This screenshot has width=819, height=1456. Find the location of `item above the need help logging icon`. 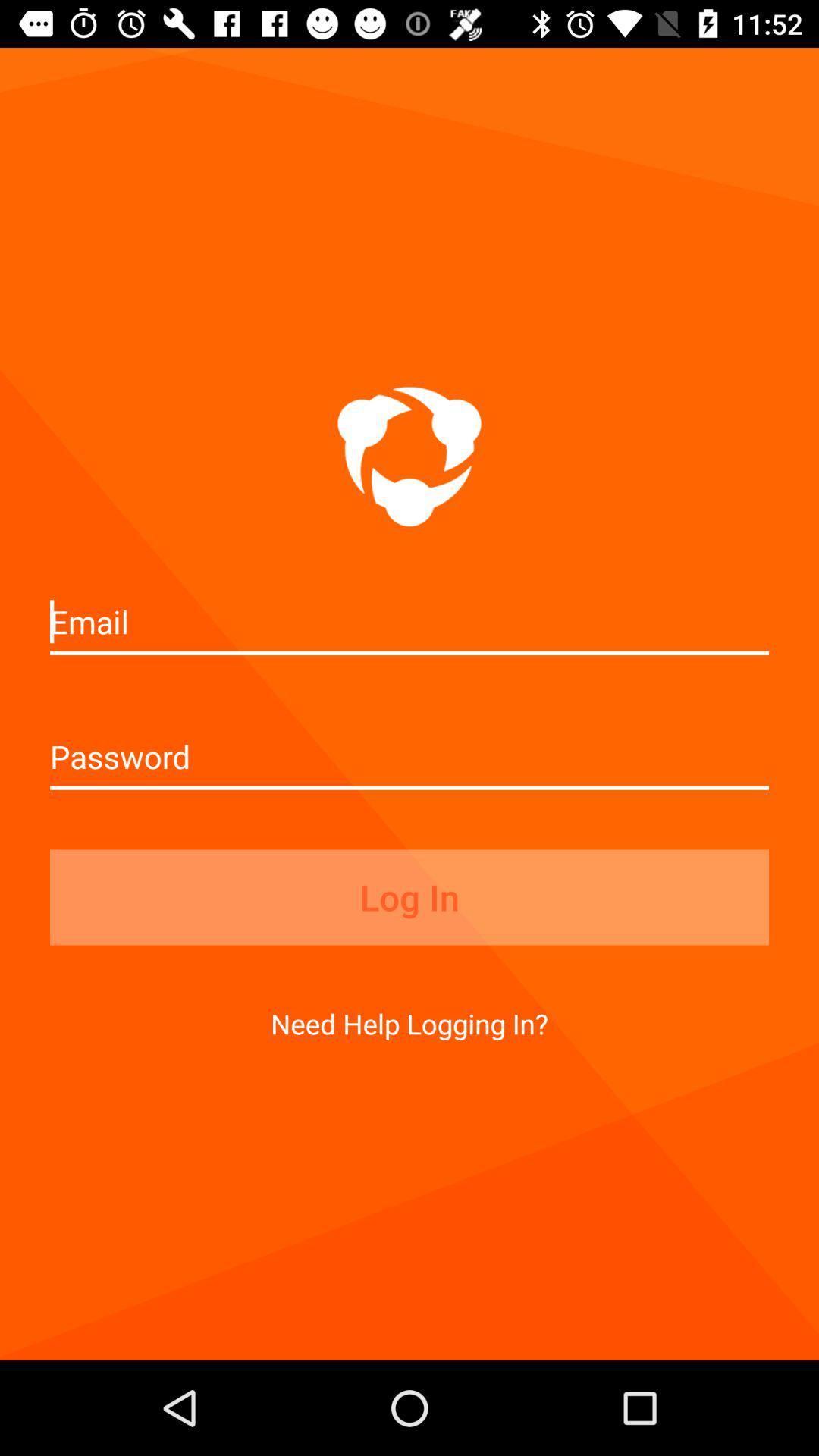

item above the need help logging icon is located at coordinates (409, 897).